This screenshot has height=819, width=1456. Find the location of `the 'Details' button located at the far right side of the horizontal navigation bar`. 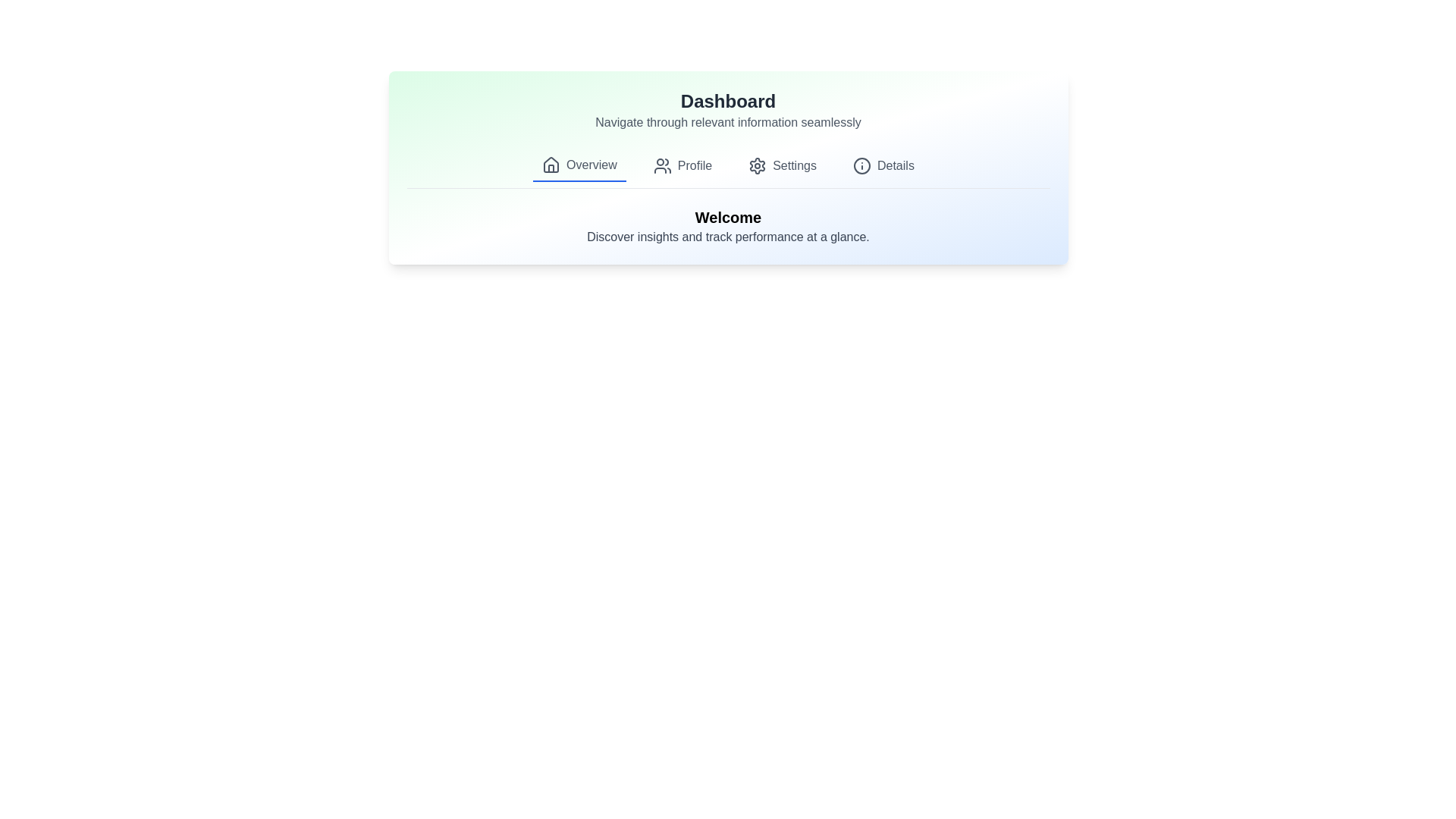

the 'Details' button located at the far right side of the horizontal navigation bar is located at coordinates (883, 166).